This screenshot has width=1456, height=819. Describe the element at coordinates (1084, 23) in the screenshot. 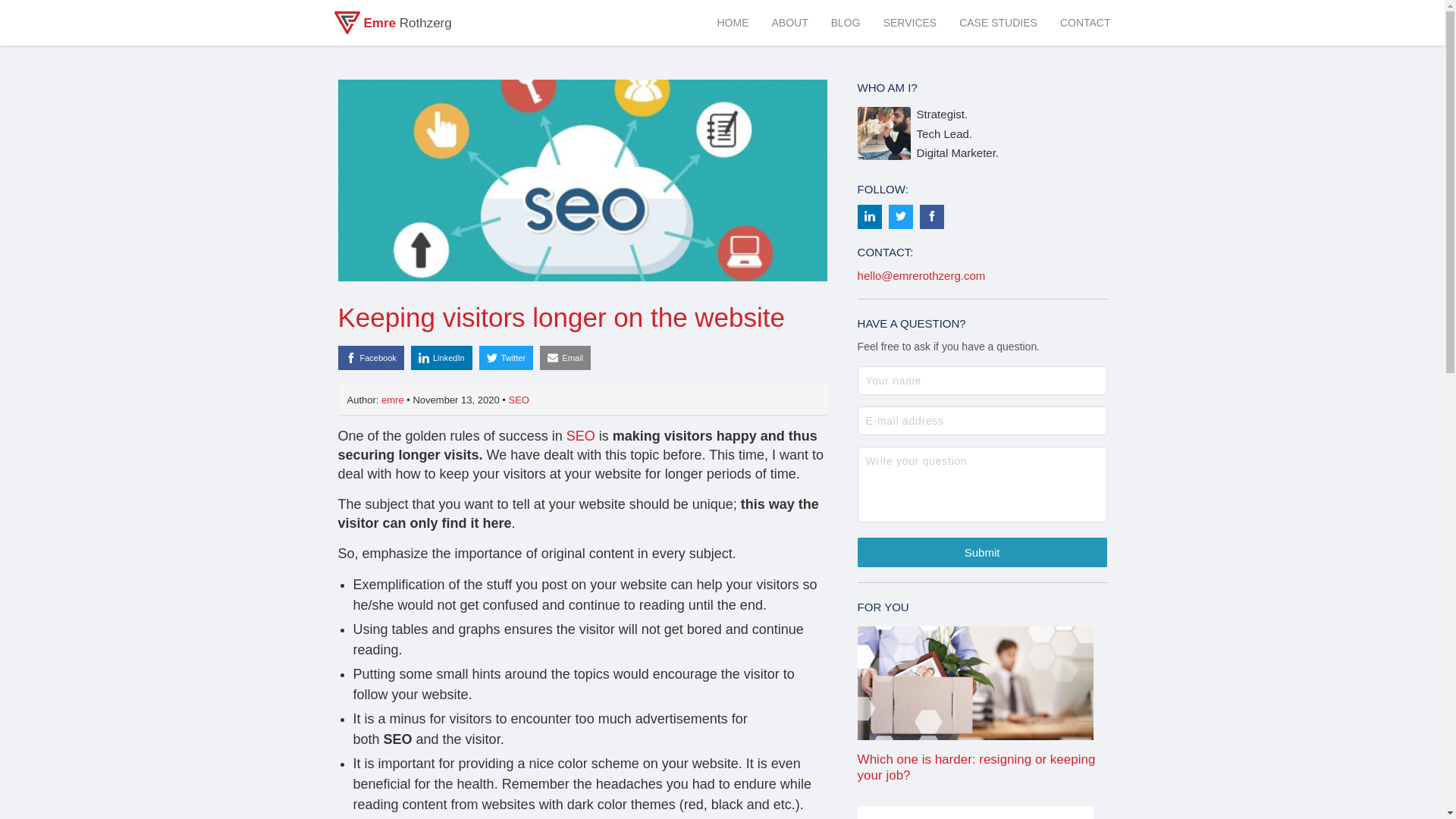

I see `'CONTACT'` at that location.